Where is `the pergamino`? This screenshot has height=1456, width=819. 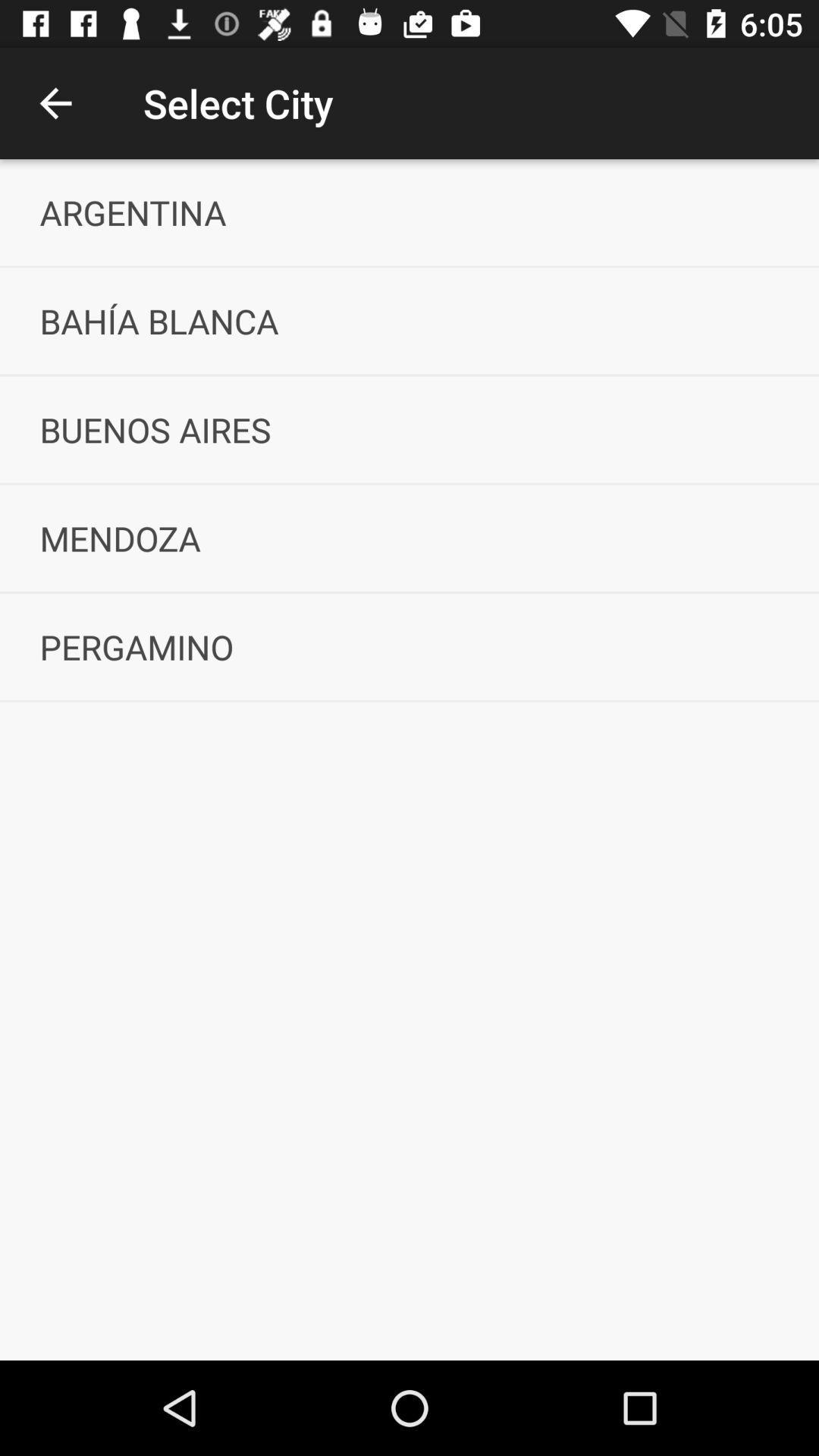
the pergamino is located at coordinates (409, 647).